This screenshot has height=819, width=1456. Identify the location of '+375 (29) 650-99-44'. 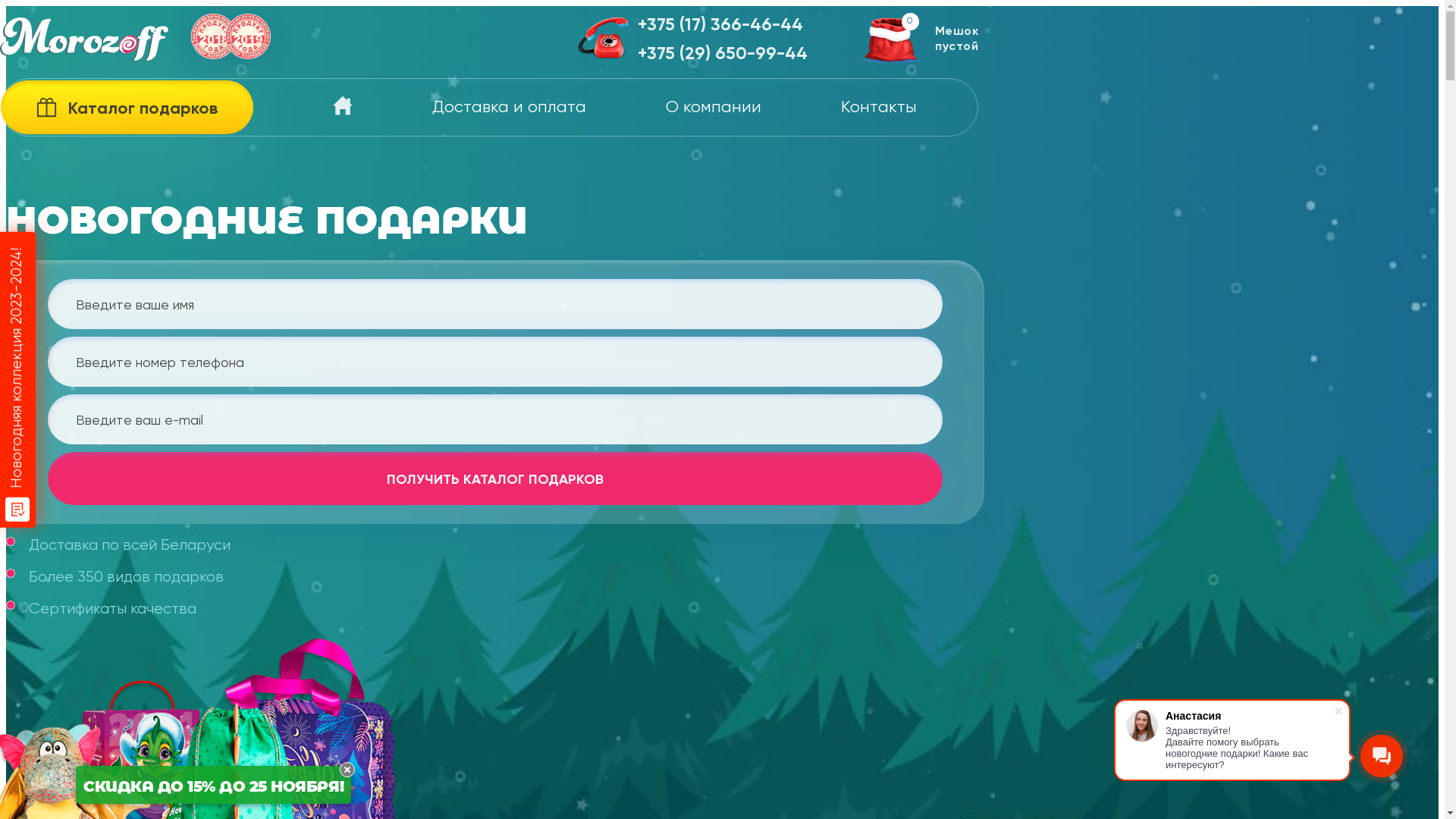
(722, 53).